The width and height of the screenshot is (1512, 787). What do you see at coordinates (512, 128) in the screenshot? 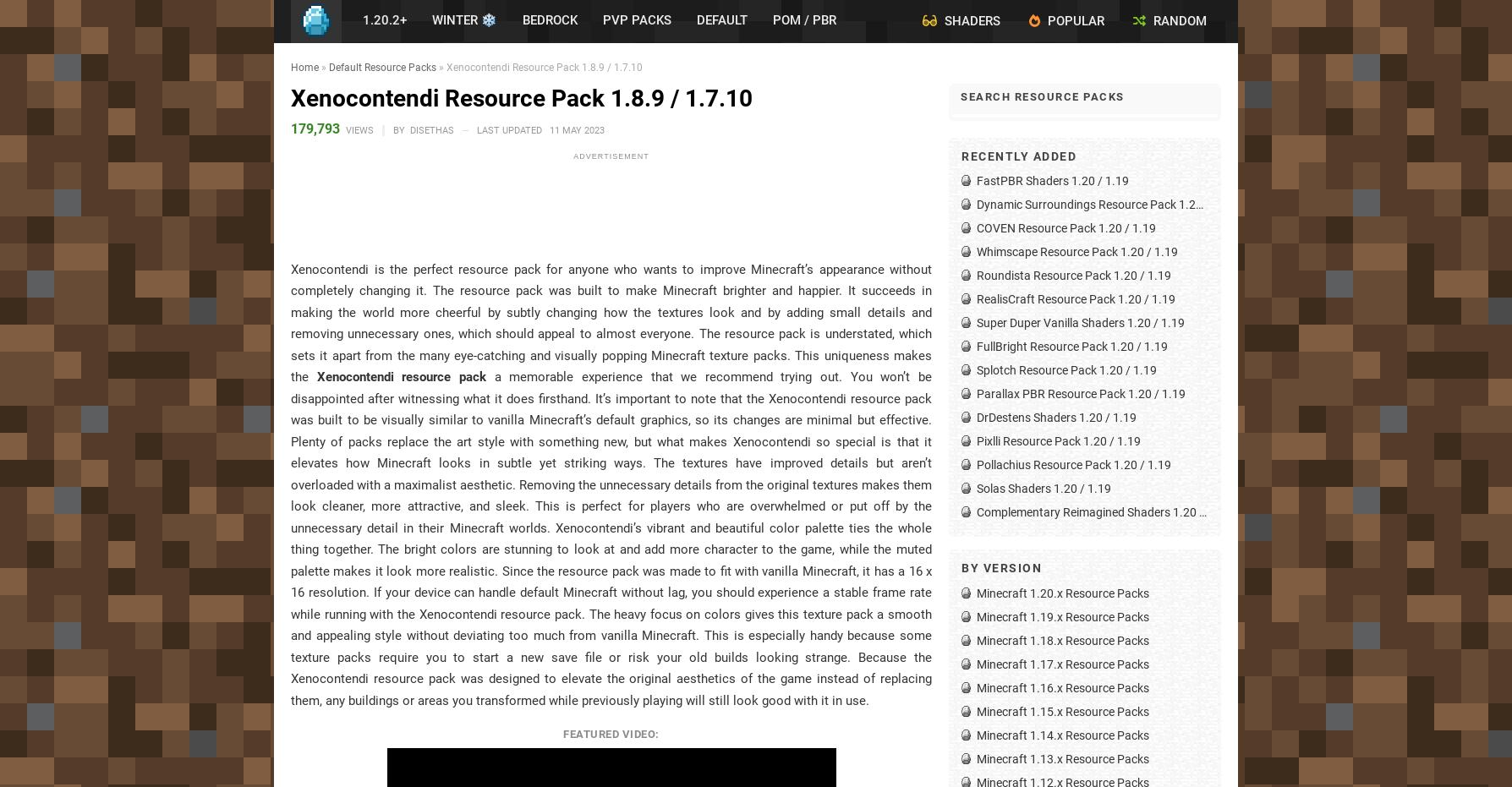
I see `'Last updated'` at bounding box center [512, 128].